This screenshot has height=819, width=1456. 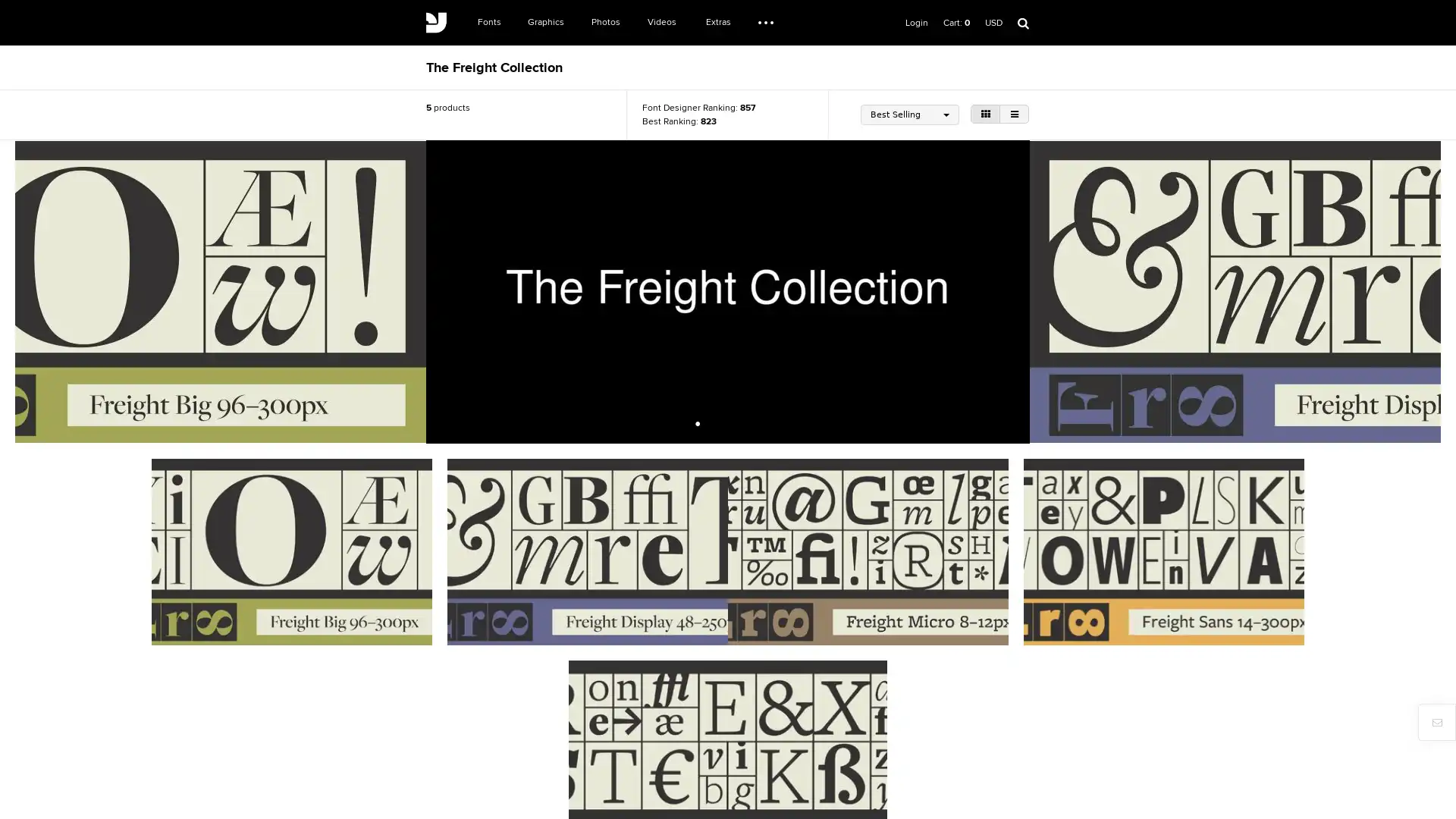 I want to click on Register, so click(x=886, y=802).